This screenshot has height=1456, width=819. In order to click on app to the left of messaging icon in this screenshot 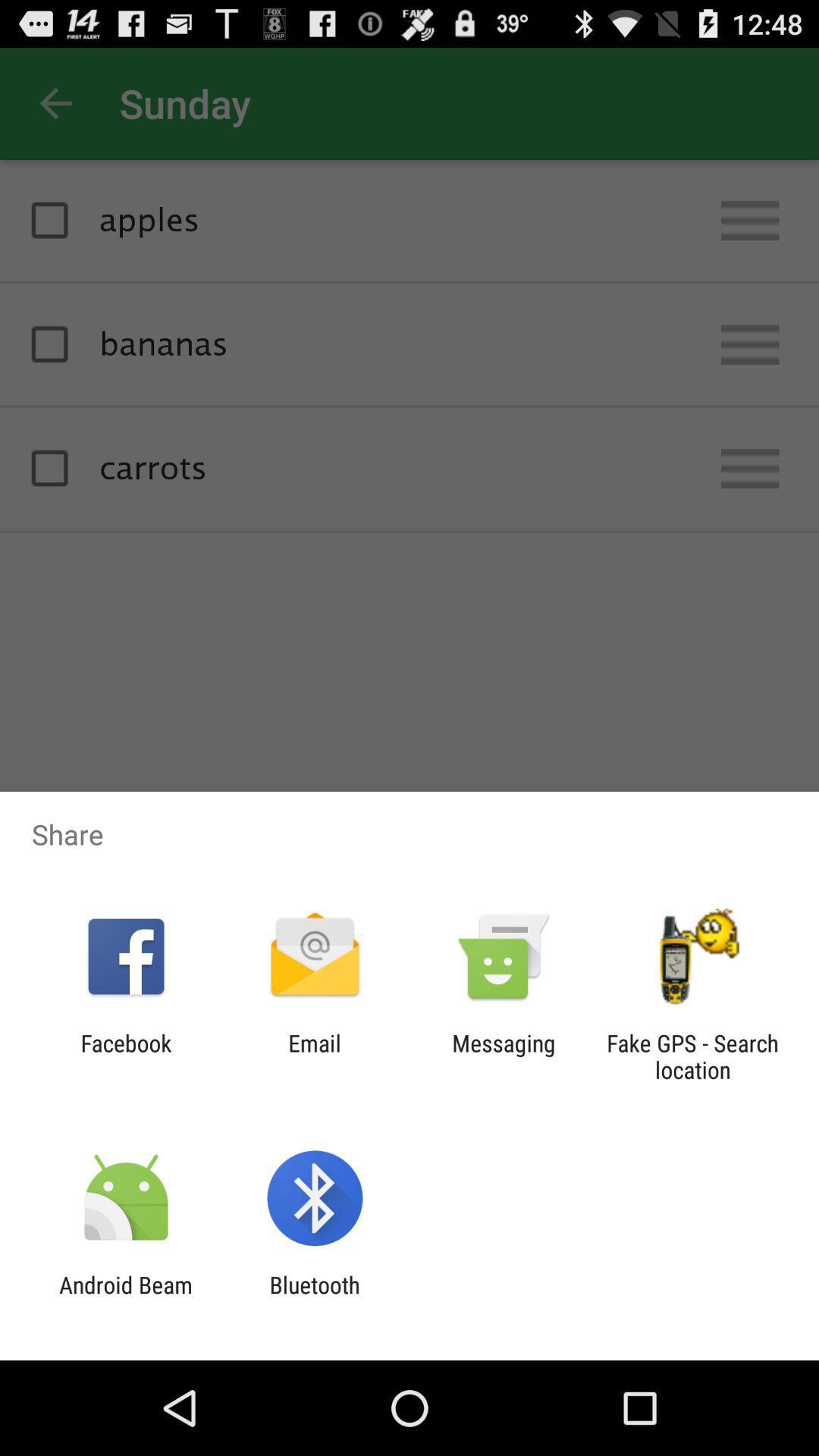, I will do `click(314, 1056)`.